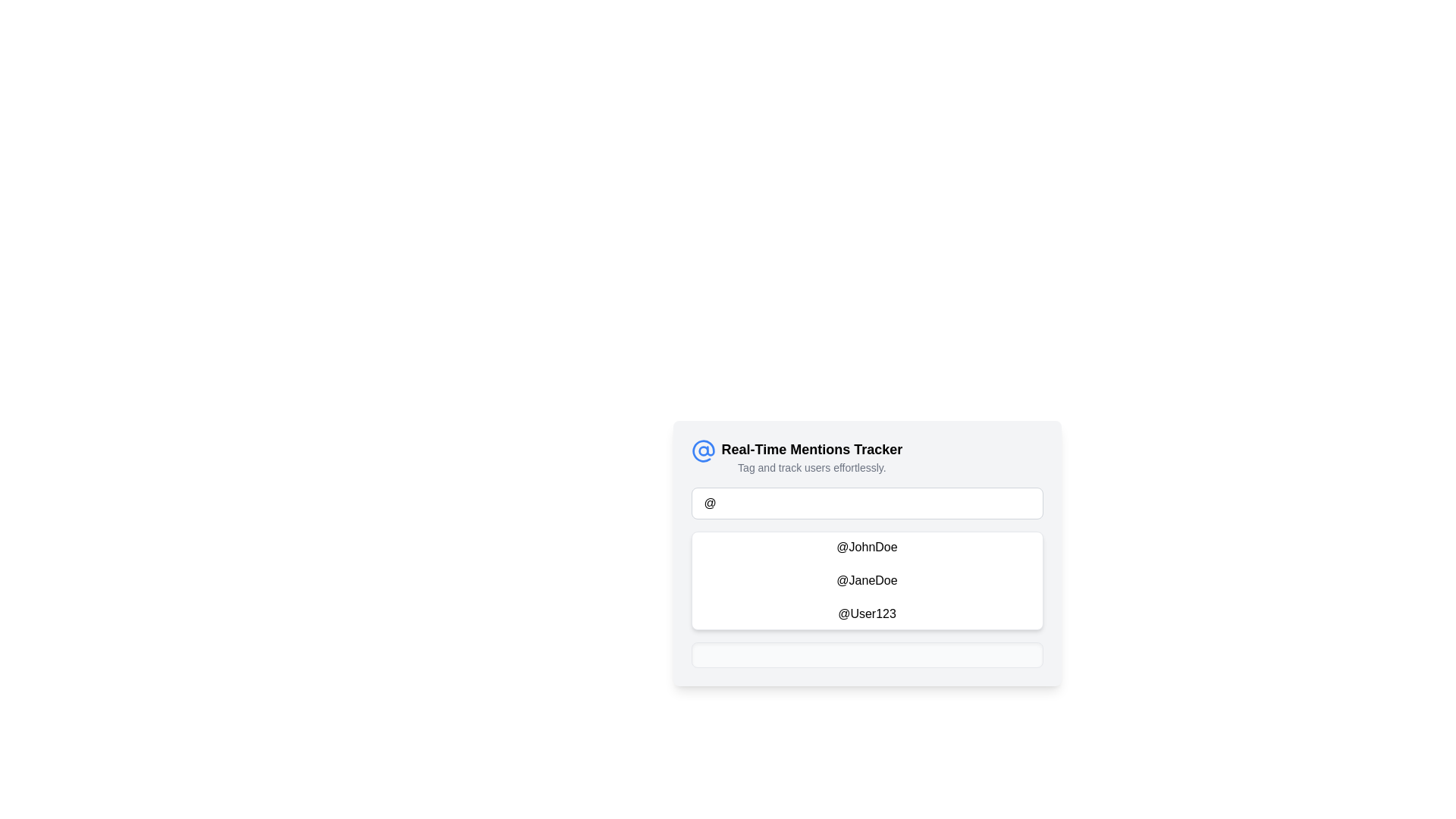 This screenshot has width=1456, height=819. What do you see at coordinates (702, 450) in the screenshot?
I see `the '@' icon, which is a graphical representation for the 'Real-Time Mentions Tracker' section, located on the left side of the header section` at bounding box center [702, 450].